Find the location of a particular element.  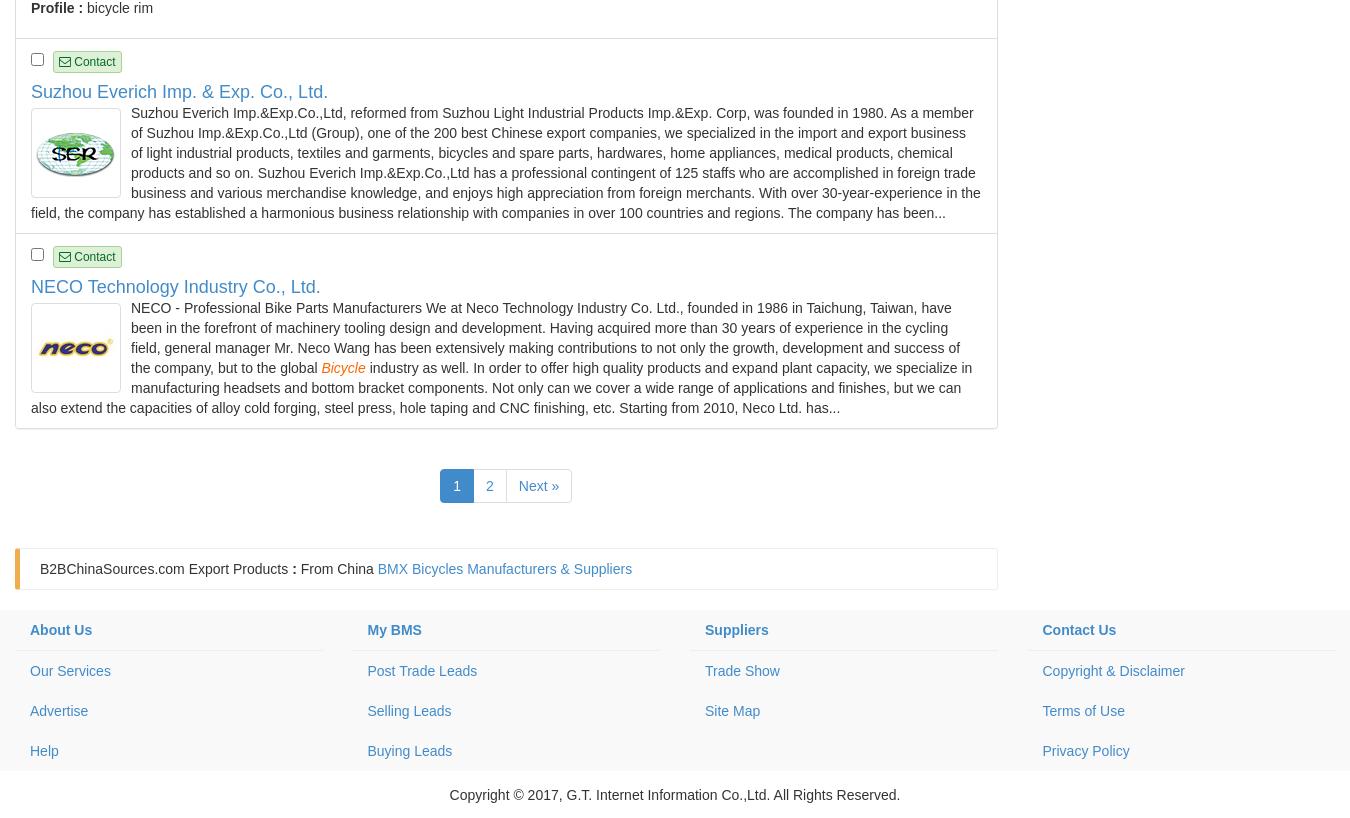

'My BMS' is located at coordinates (394, 630).